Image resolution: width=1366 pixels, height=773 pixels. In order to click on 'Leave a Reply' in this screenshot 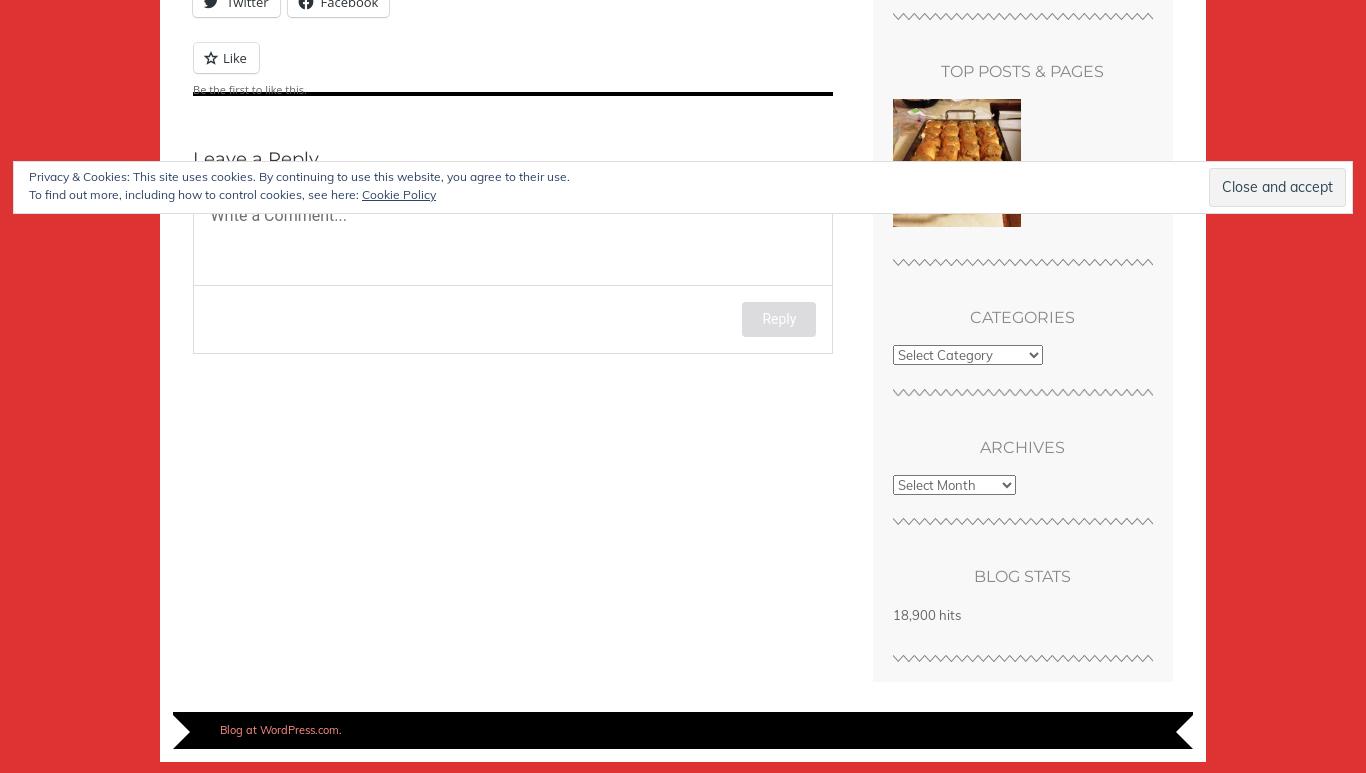, I will do `click(255, 158)`.